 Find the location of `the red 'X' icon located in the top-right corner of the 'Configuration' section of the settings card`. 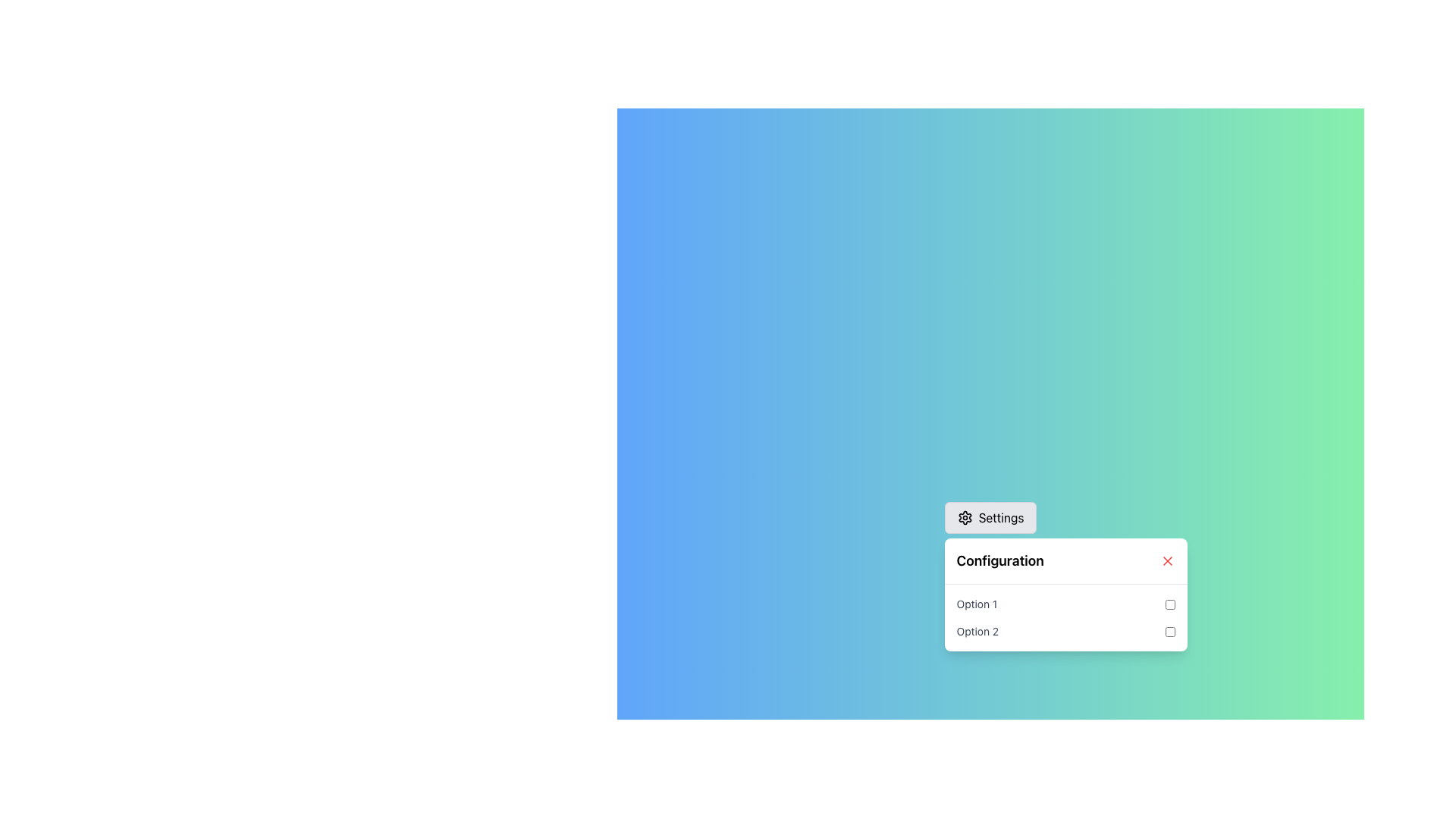

the red 'X' icon located in the top-right corner of the 'Configuration' section of the settings card is located at coordinates (1166, 561).